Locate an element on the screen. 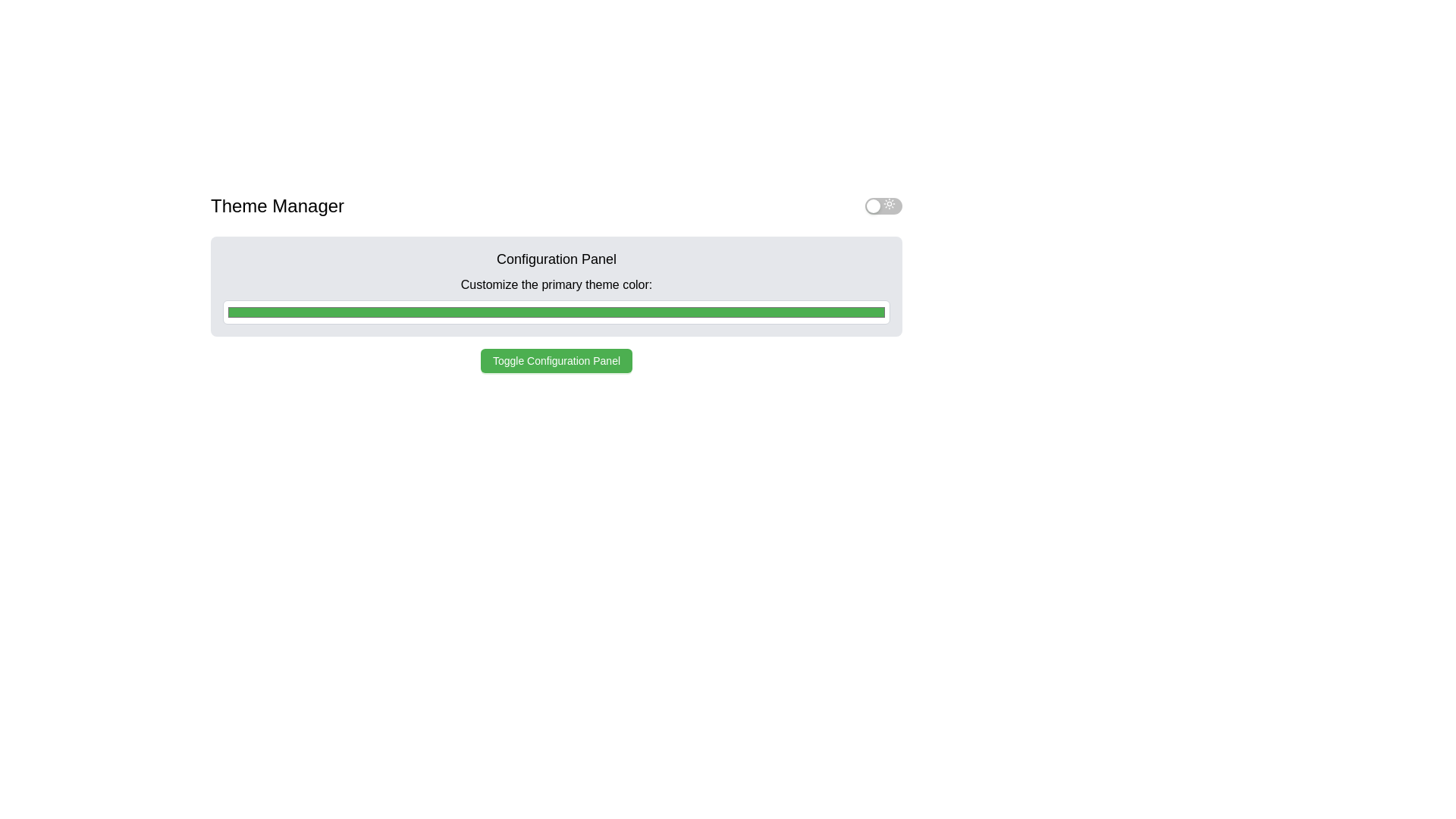 The height and width of the screenshot is (819, 1456). the horizontal color input field, which is styled with a border and padding and displays a green color indicating the selected color is located at coordinates (556, 304).